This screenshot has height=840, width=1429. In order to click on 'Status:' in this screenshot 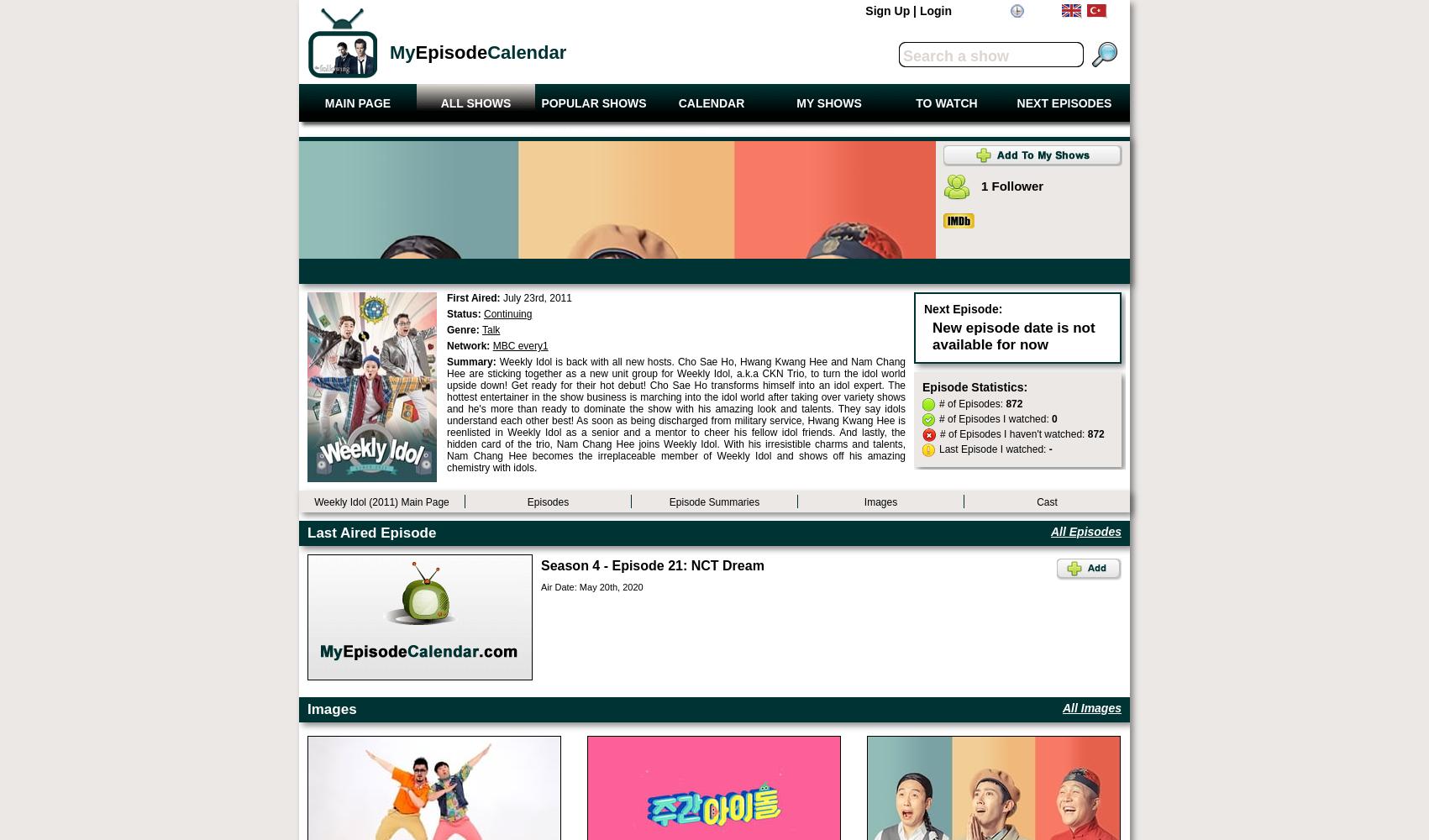, I will do `click(465, 313)`.